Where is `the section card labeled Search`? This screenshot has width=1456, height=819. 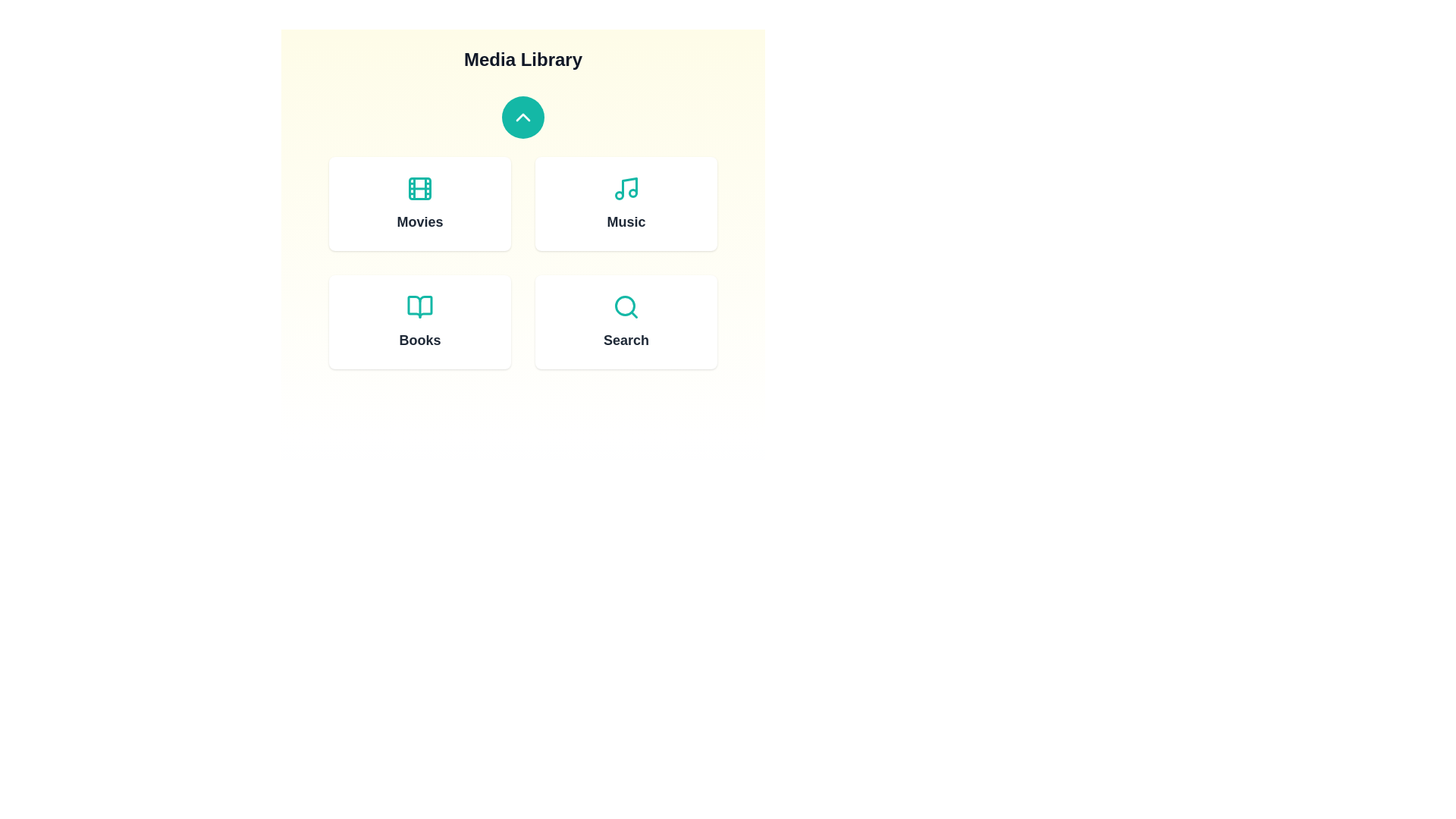 the section card labeled Search is located at coordinates (626, 321).